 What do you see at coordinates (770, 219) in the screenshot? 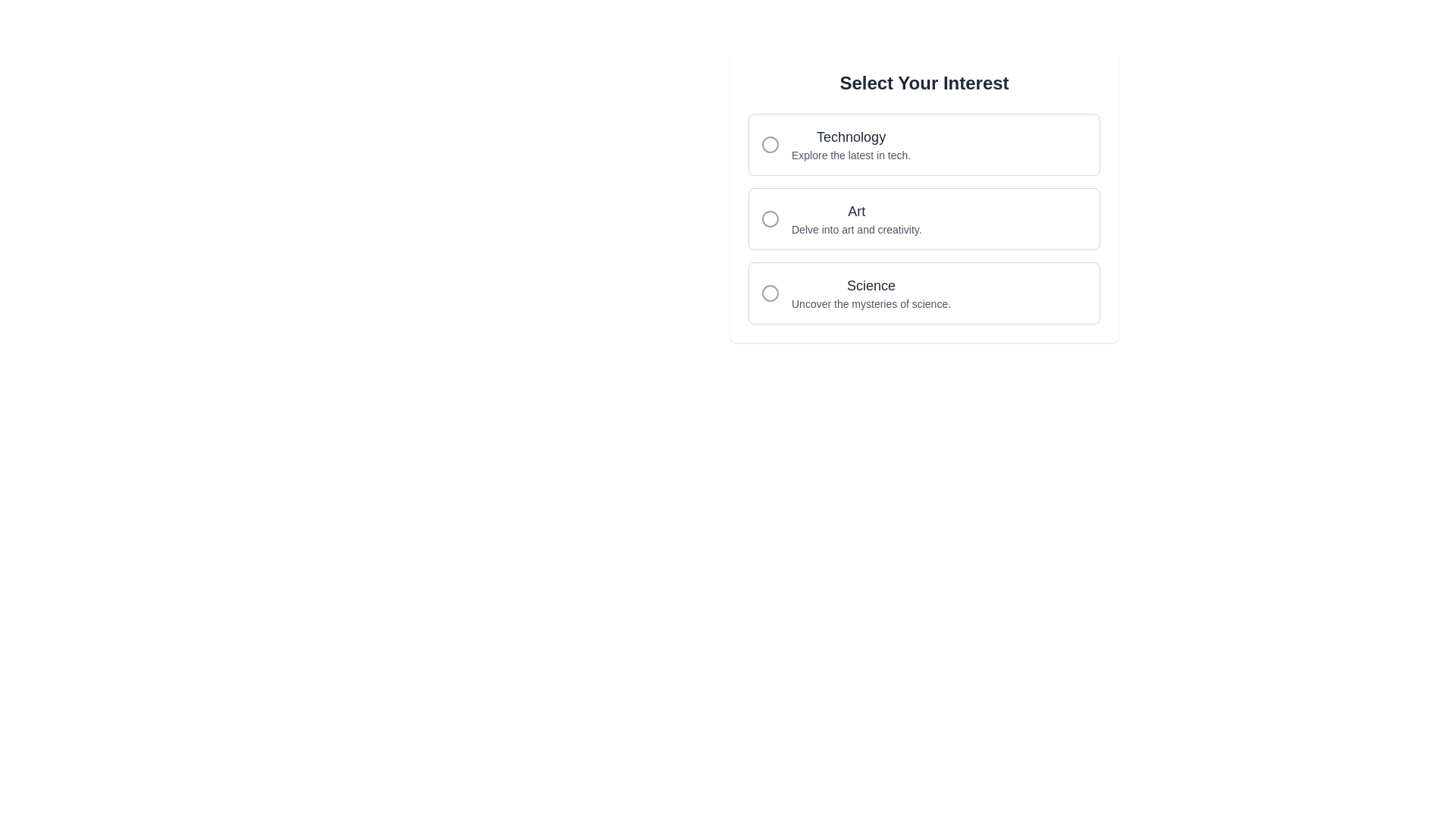
I see `the unselected radio button on the left side of the 'Art' option` at bounding box center [770, 219].